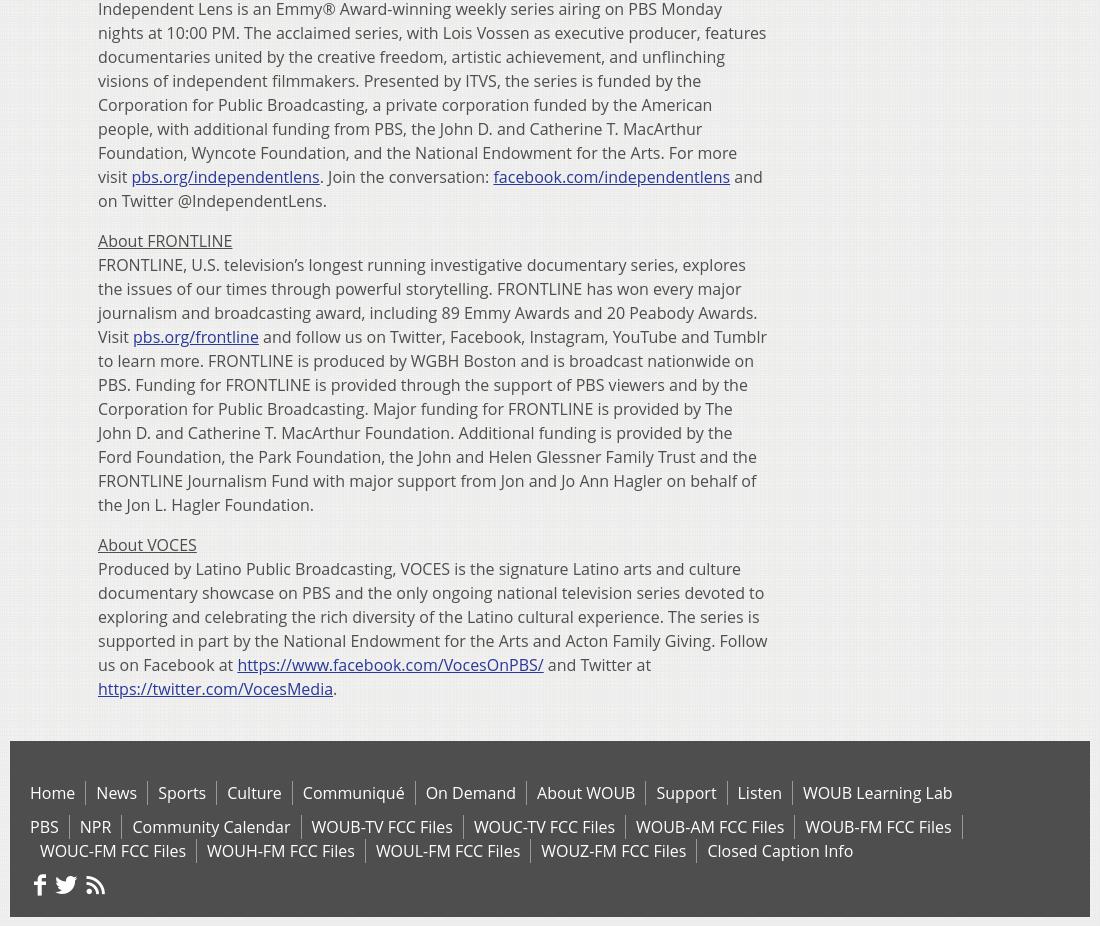  Describe the element at coordinates (78, 825) in the screenshot. I see `'NPR'` at that location.